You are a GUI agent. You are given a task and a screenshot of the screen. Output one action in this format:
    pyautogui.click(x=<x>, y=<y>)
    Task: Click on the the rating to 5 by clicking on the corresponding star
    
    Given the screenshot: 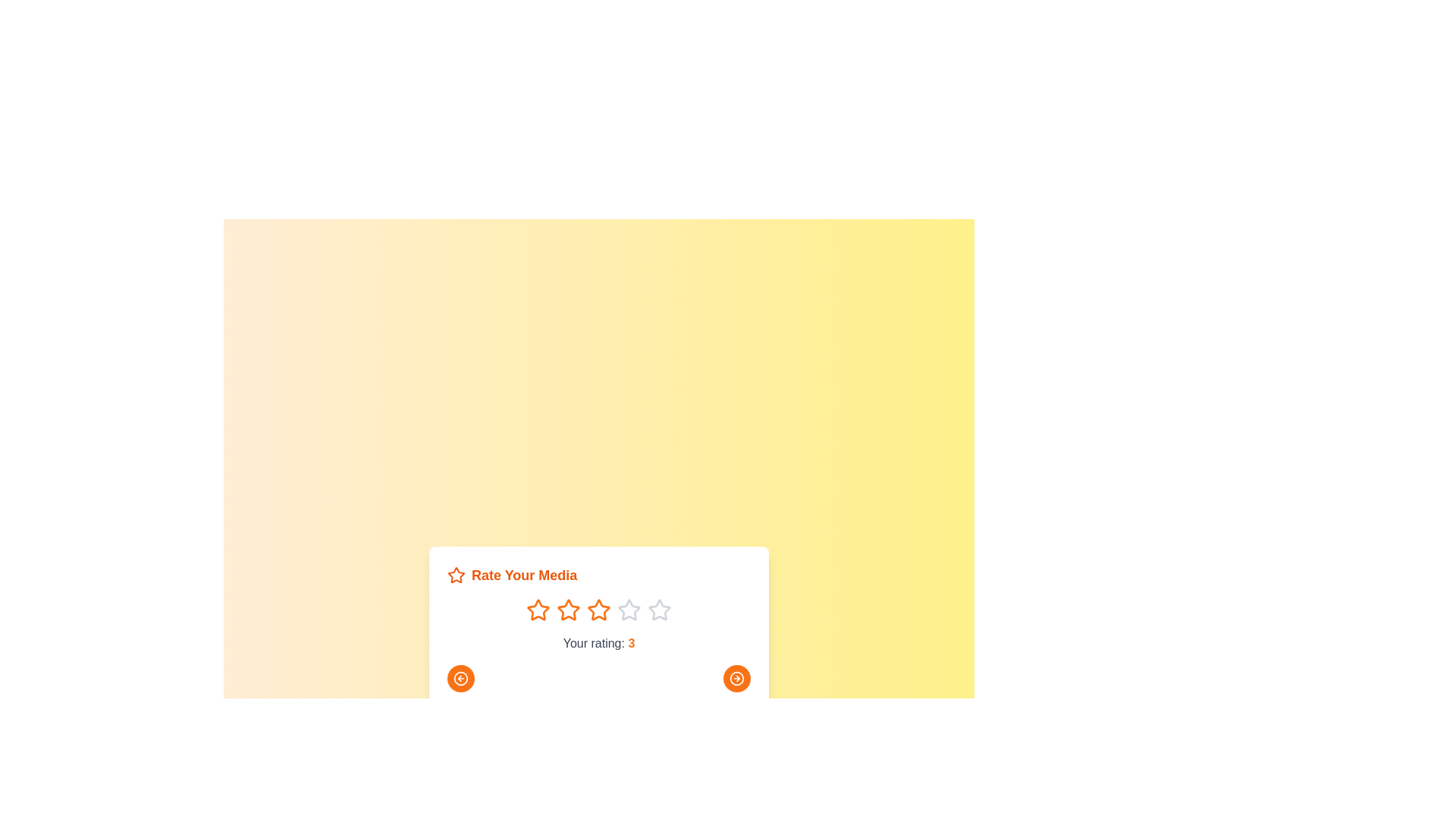 What is the action you would take?
    pyautogui.click(x=659, y=610)
    